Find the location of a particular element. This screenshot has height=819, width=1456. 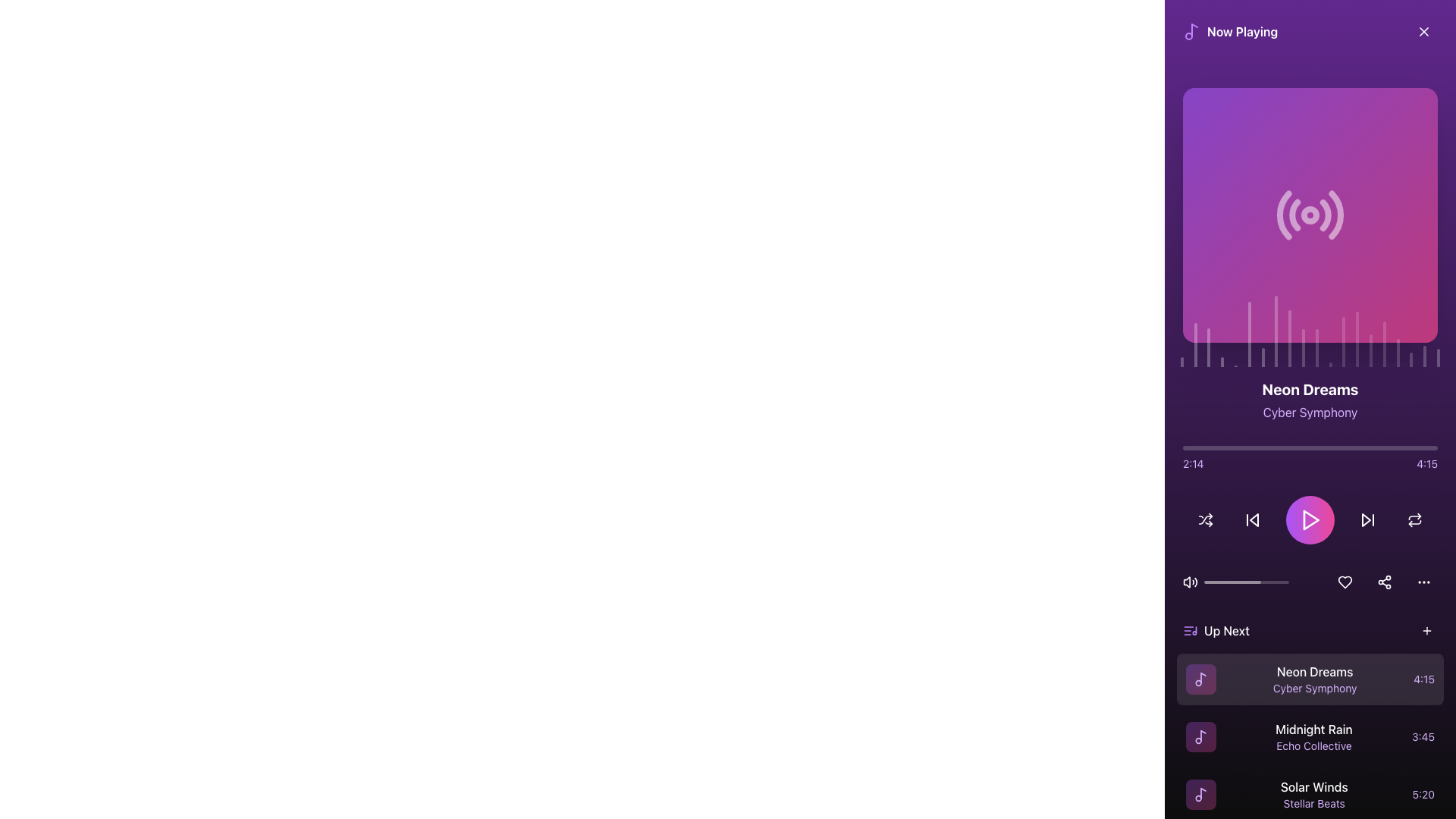

the triangular play icon button, which is styled in flat design and located centrally among the media control buttons in the lower part of the interface, to potentially display a tooltip is located at coordinates (1310, 519).